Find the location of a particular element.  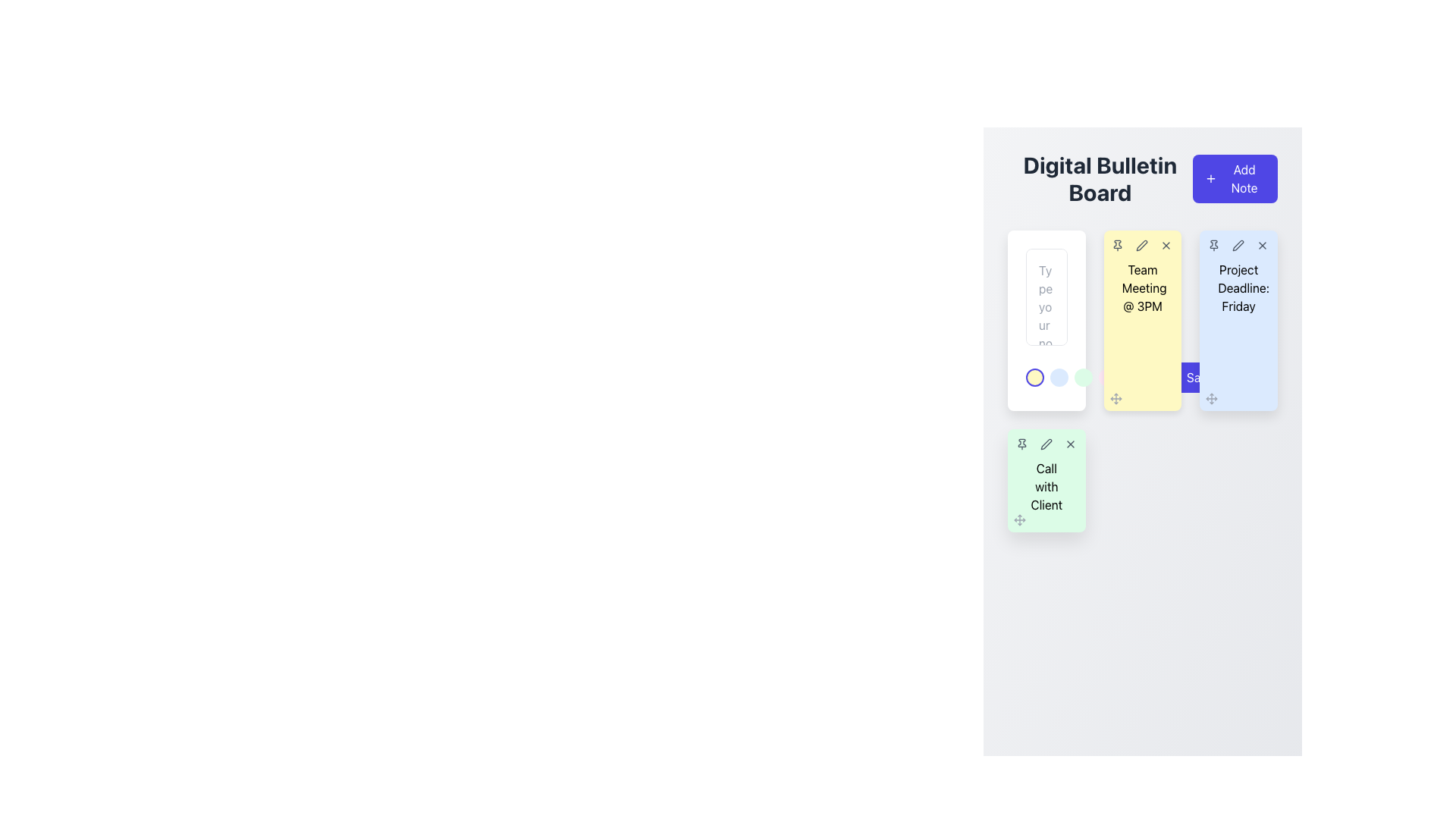

the 'X'-shaped gray icon located in the top-right corner of the blue note card labeled 'Project Deadline: Friday' is located at coordinates (1263, 245).